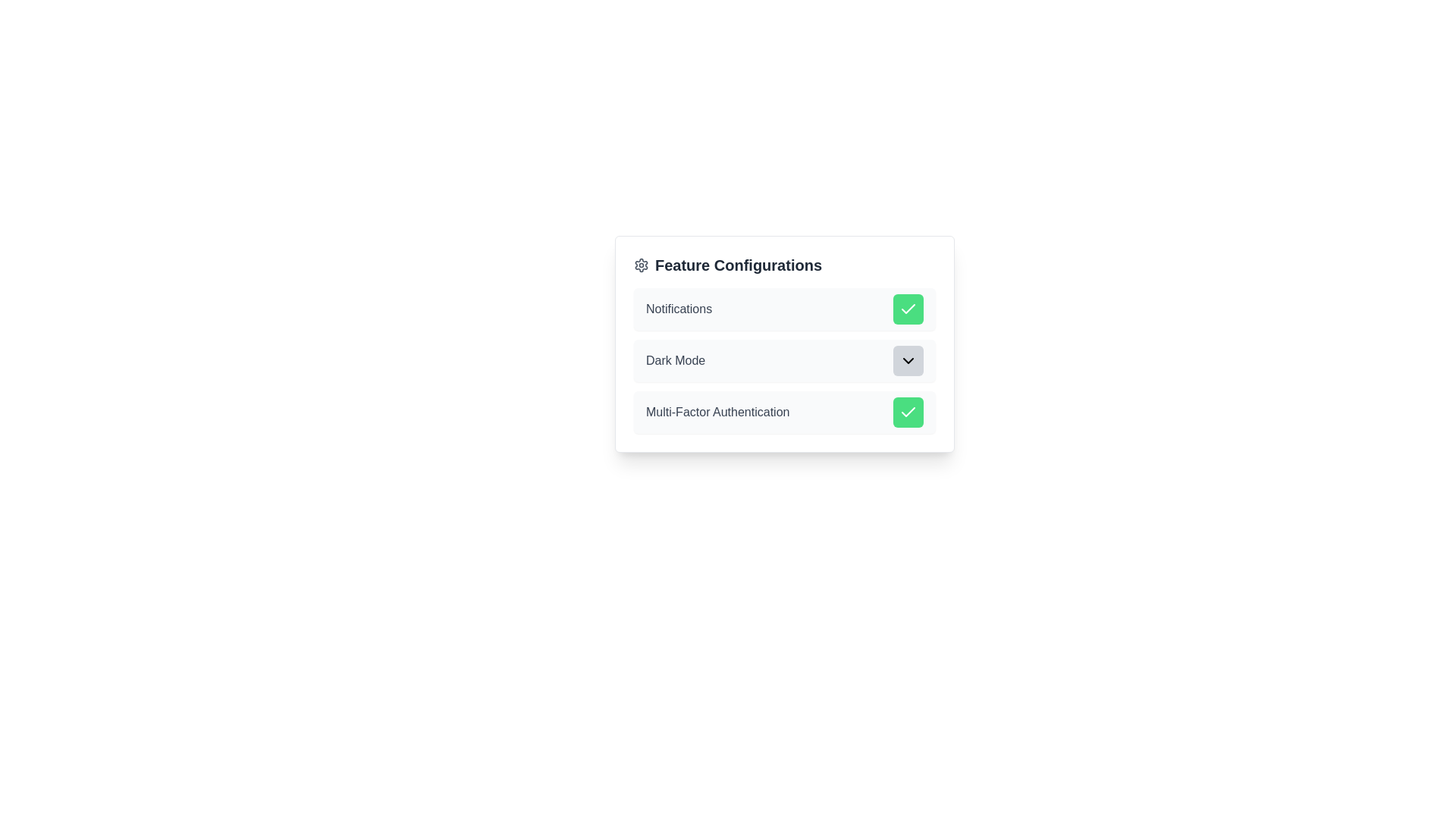 Image resolution: width=1456 pixels, height=819 pixels. Describe the element at coordinates (785, 309) in the screenshot. I see `the 'Notifications' configuration option in the settings list` at that location.